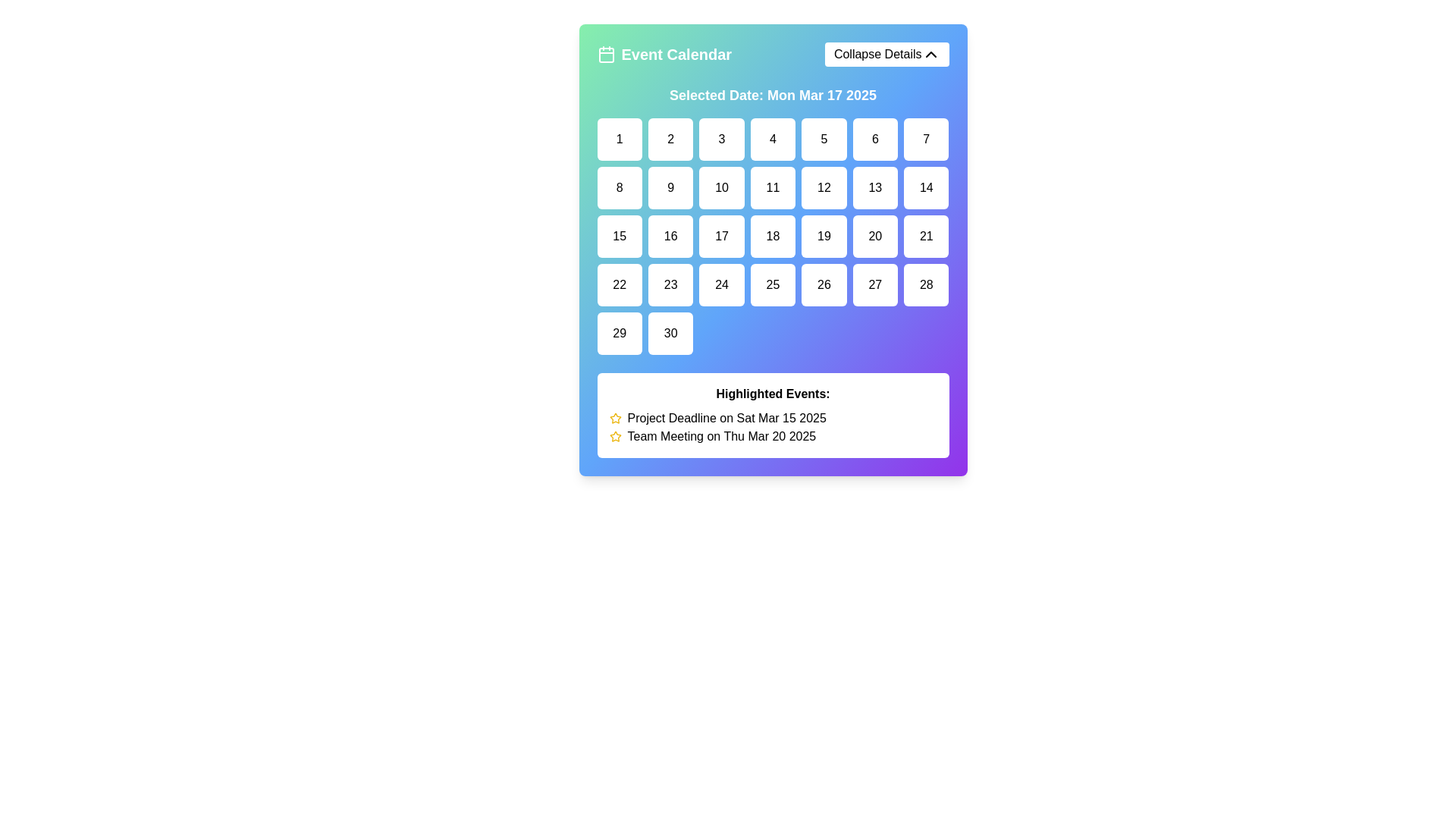  I want to click on the square button displaying the number '7' in the interactive calendar component, so click(925, 140).